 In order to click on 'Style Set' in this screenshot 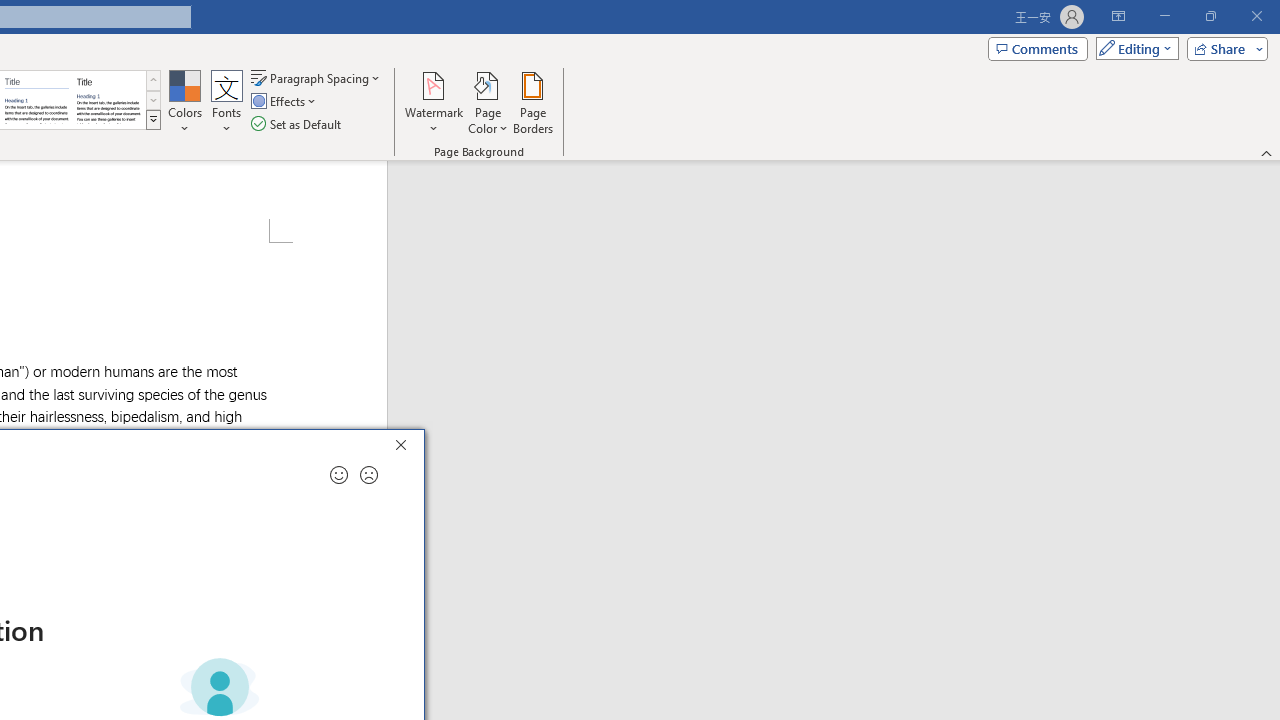, I will do `click(152, 120)`.